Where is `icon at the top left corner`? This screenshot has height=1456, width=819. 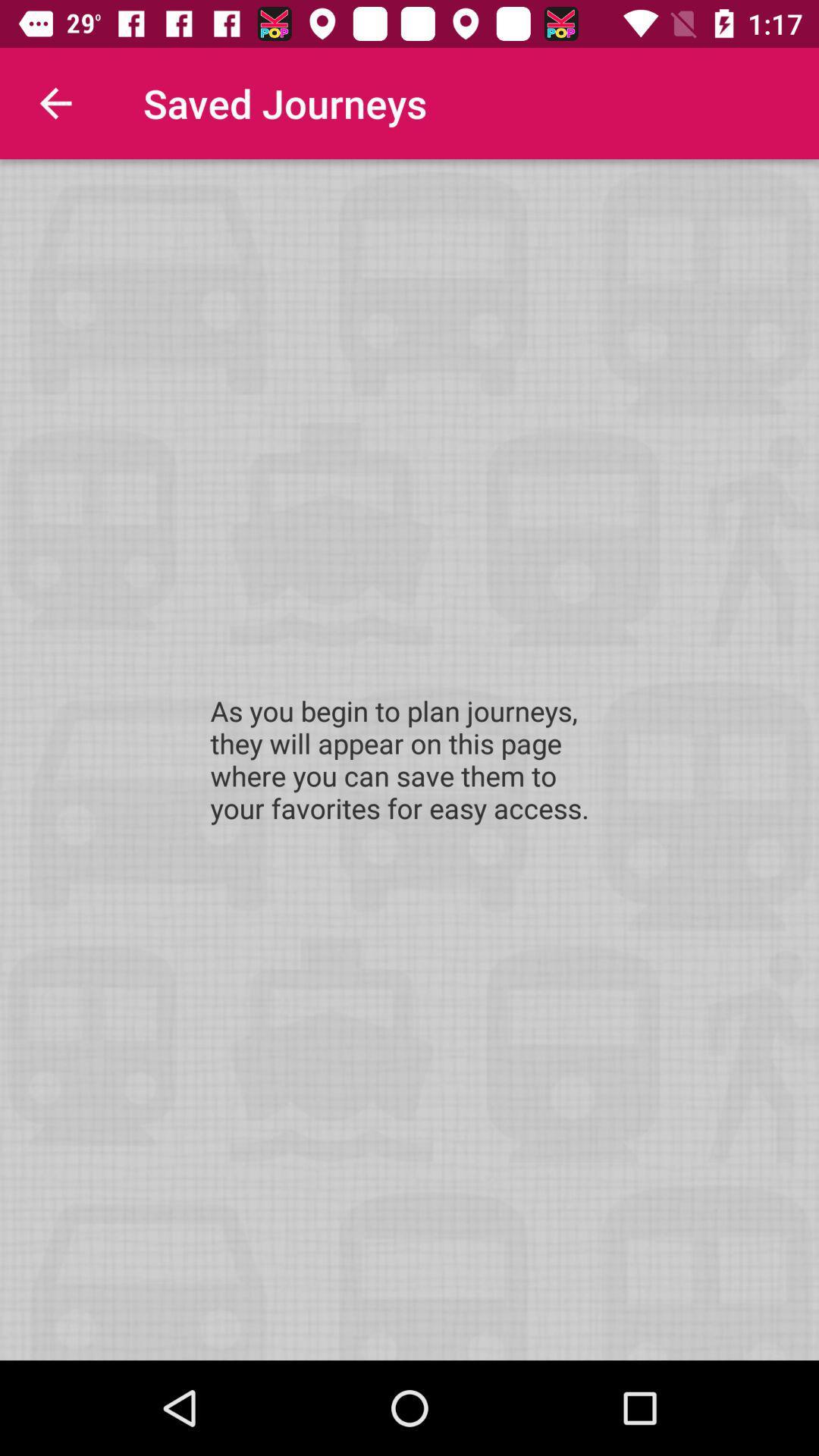
icon at the top left corner is located at coordinates (55, 102).